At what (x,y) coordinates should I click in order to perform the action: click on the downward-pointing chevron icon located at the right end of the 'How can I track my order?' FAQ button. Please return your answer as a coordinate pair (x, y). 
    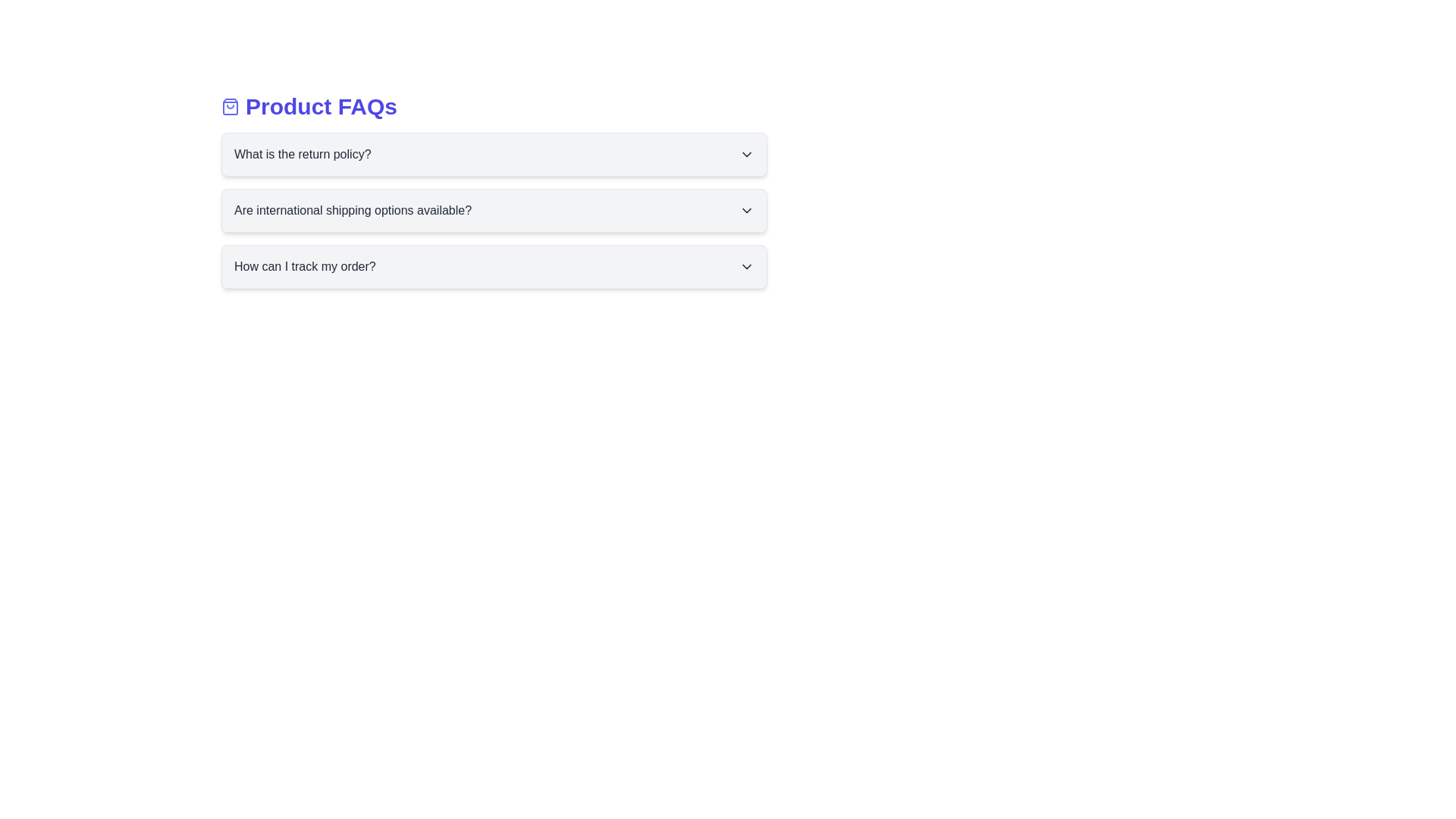
    Looking at the image, I should click on (746, 265).